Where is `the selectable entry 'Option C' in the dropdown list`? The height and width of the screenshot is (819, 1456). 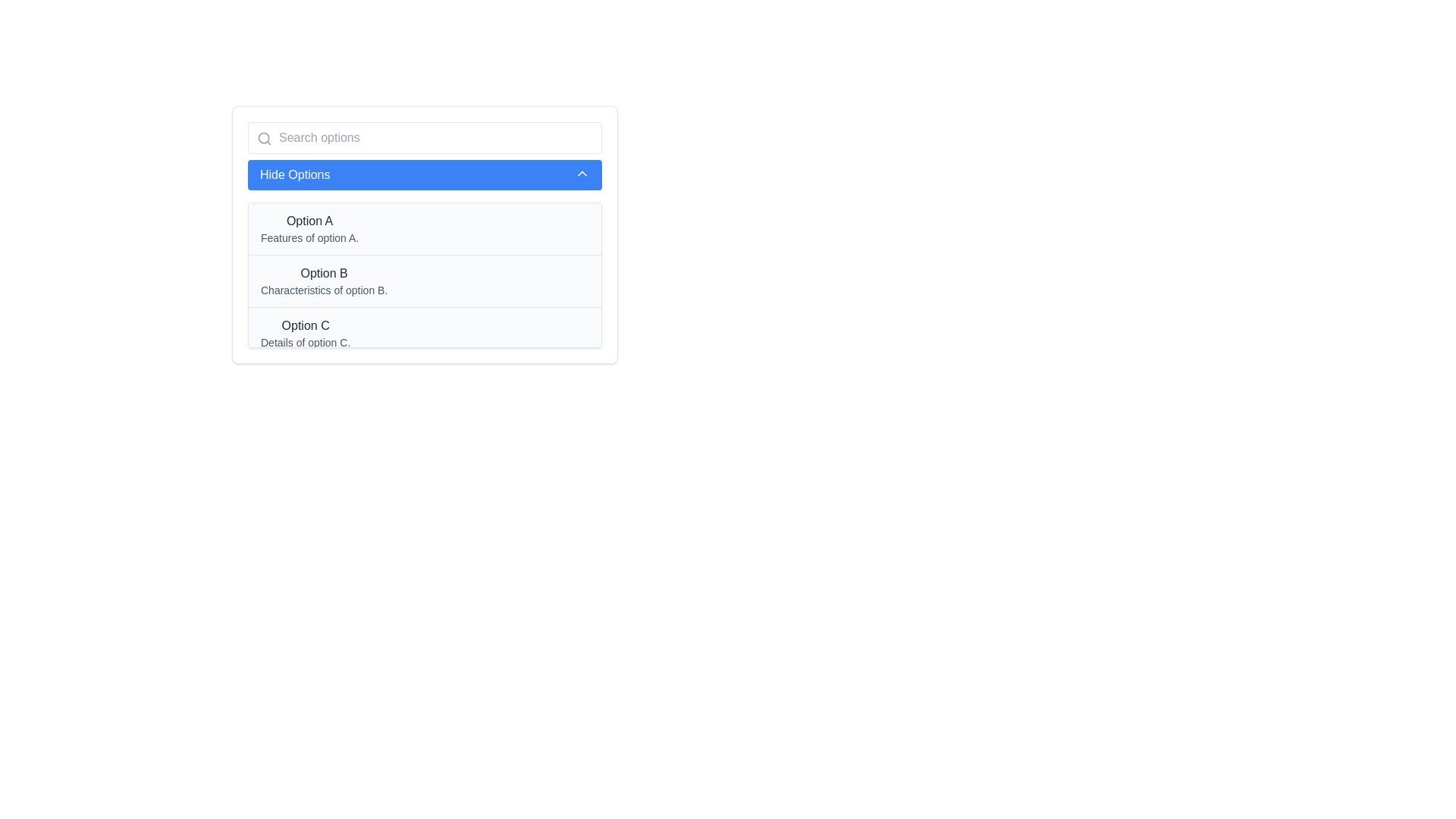 the selectable entry 'Option C' in the dropdown list is located at coordinates (305, 332).